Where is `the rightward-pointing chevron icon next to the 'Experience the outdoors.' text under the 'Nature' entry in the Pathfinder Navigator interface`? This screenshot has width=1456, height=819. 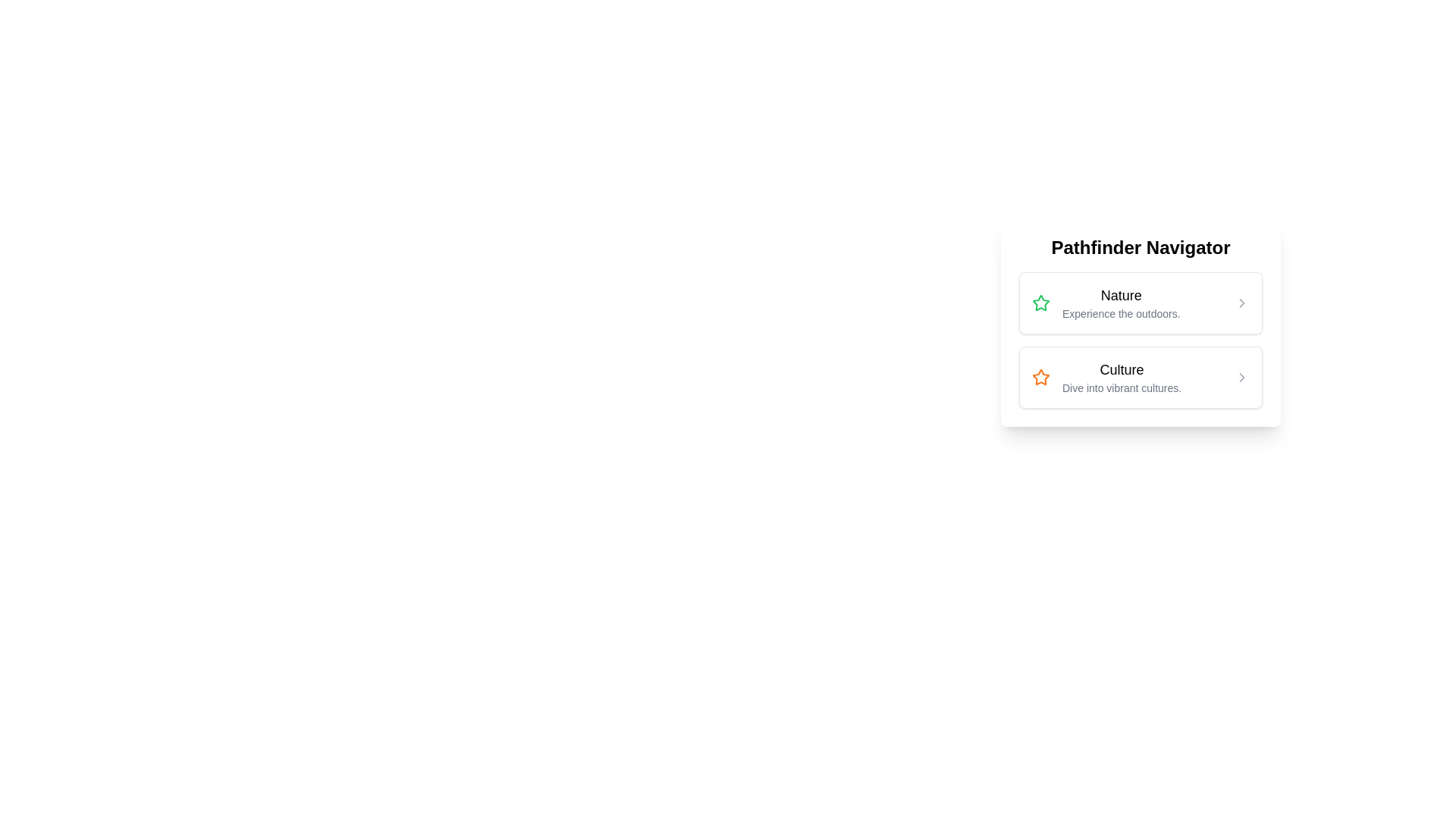 the rightward-pointing chevron icon next to the 'Experience the outdoors.' text under the 'Nature' entry in the Pathfinder Navigator interface is located at coordinates (1241, 303).